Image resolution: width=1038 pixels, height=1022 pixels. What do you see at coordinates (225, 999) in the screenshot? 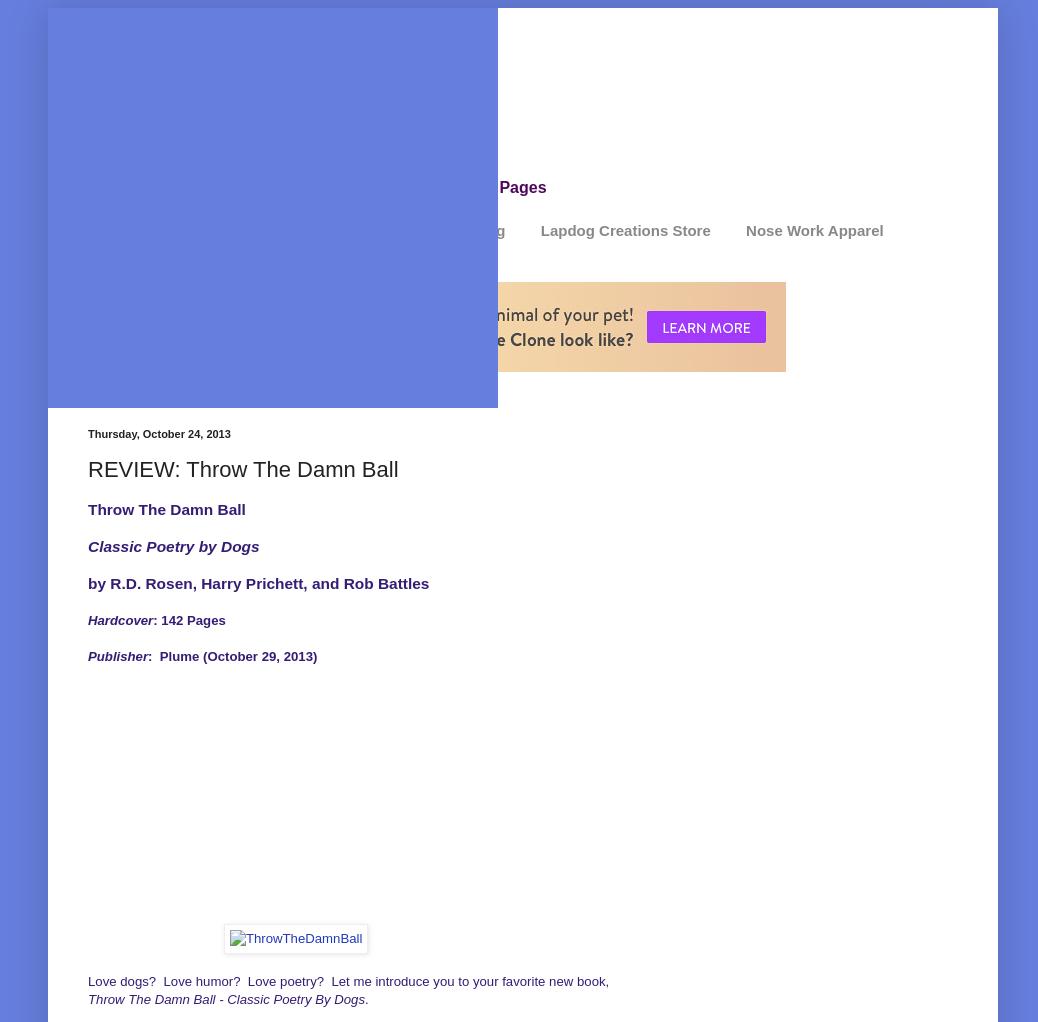
I see `'Throw The Damn Ball - Classic Poetry By Dogs'` at bounding box center [225, 999].